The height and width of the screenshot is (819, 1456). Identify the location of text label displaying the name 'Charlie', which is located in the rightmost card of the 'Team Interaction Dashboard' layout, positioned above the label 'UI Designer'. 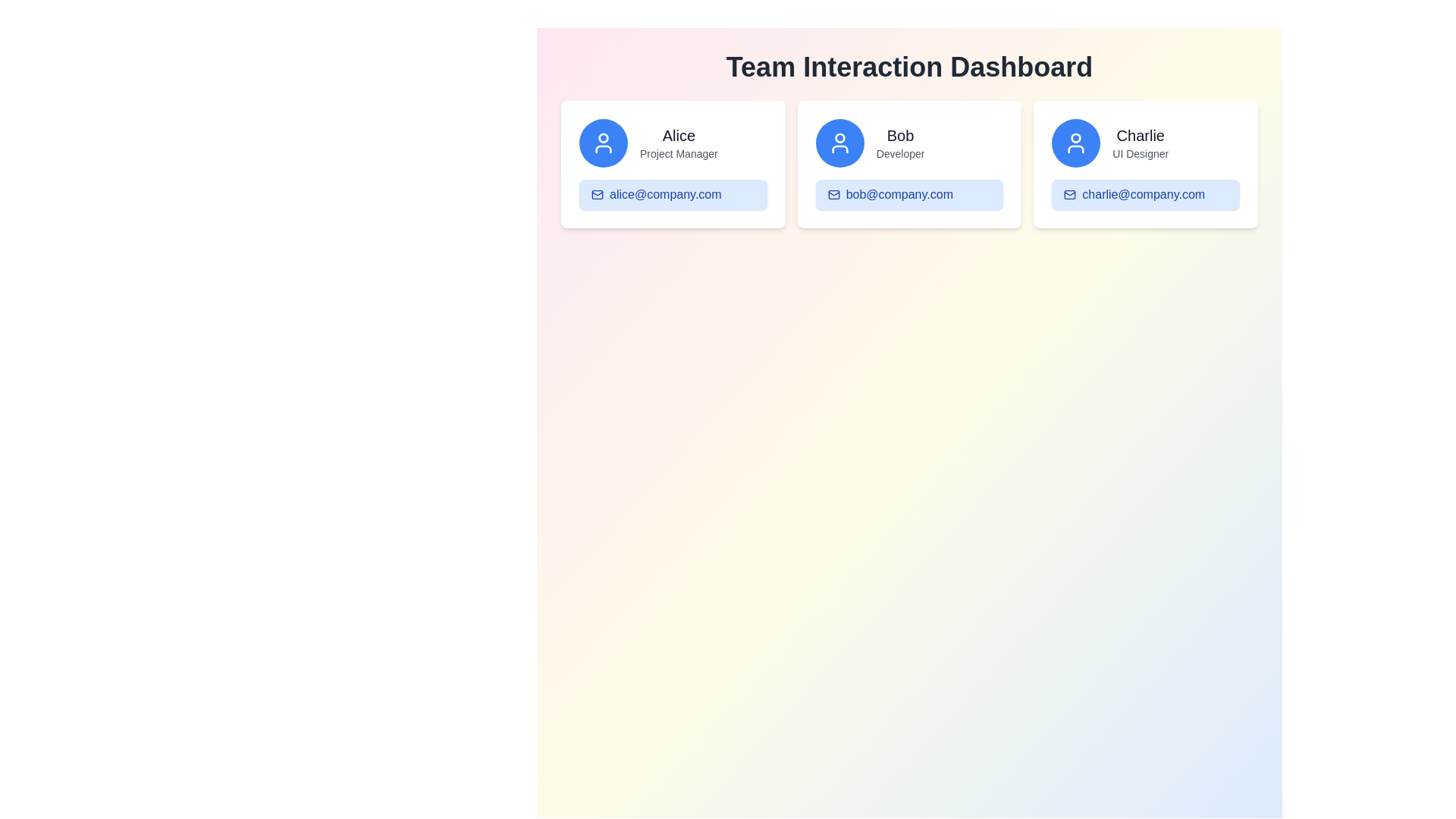
(1141, 134).